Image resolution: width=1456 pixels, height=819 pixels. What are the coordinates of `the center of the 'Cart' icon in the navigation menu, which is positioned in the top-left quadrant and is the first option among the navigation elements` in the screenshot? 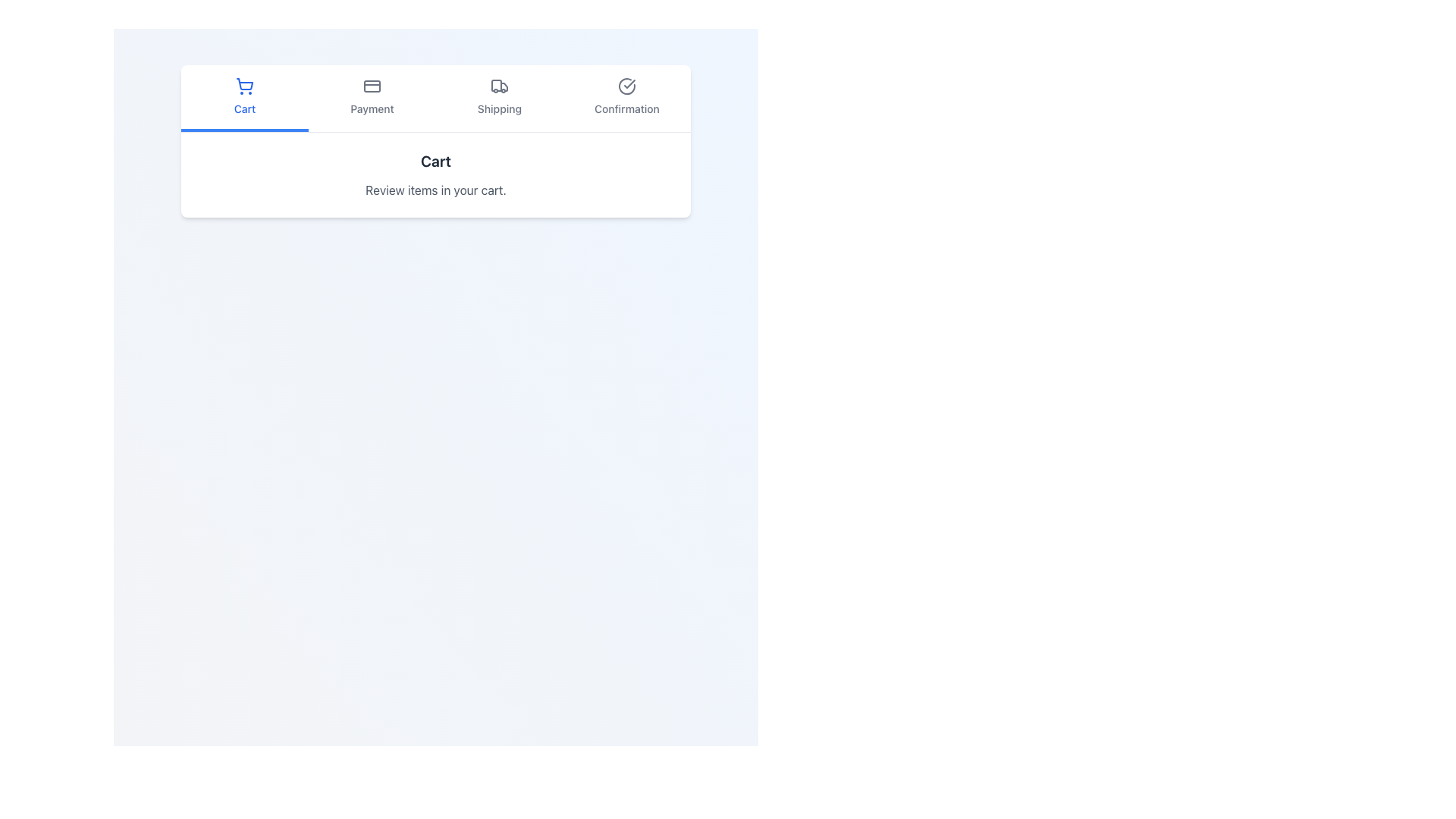 It's located at (244, 86).